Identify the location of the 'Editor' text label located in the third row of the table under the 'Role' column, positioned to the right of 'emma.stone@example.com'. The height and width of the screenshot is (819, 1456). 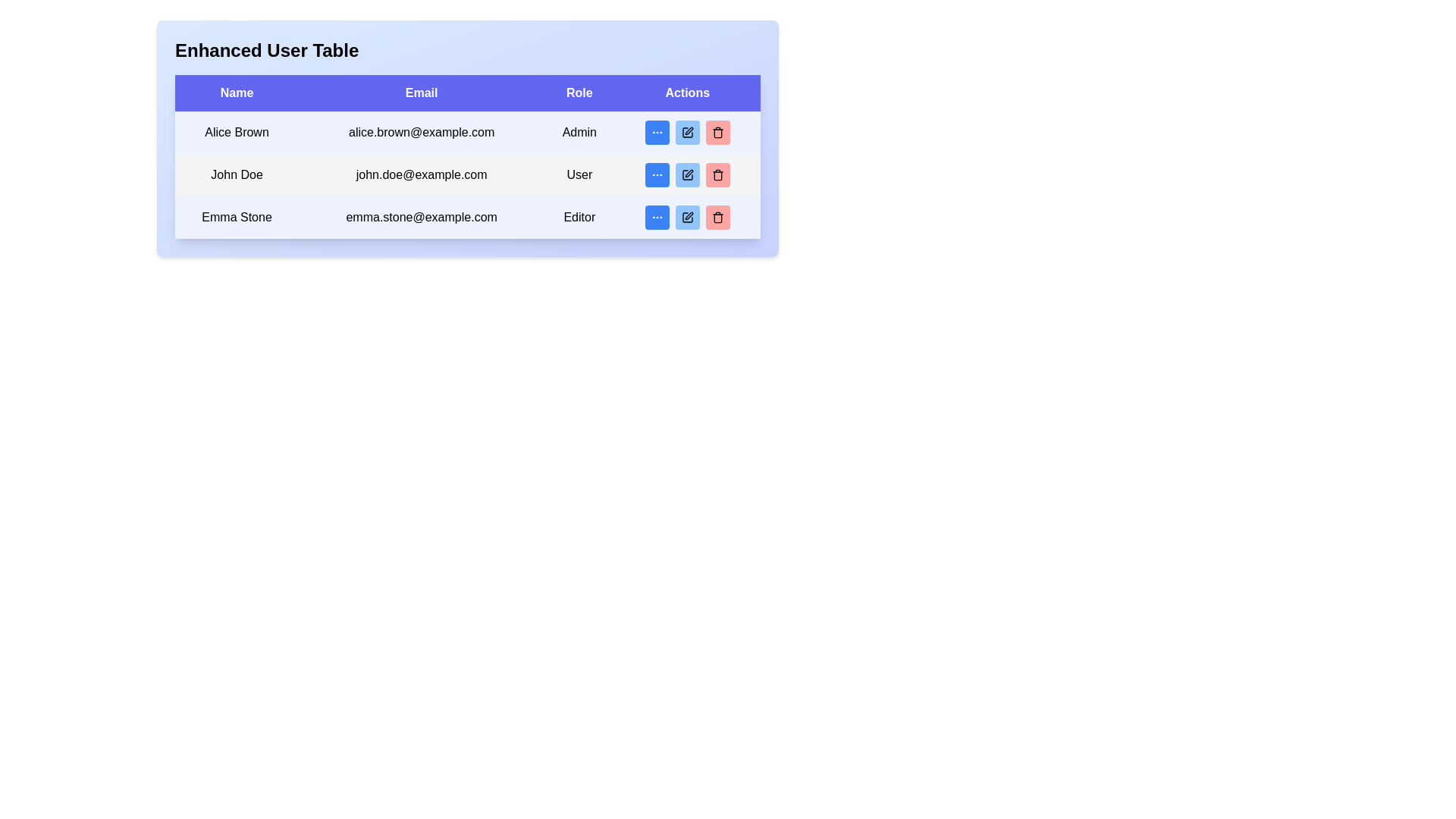
(579, 217).